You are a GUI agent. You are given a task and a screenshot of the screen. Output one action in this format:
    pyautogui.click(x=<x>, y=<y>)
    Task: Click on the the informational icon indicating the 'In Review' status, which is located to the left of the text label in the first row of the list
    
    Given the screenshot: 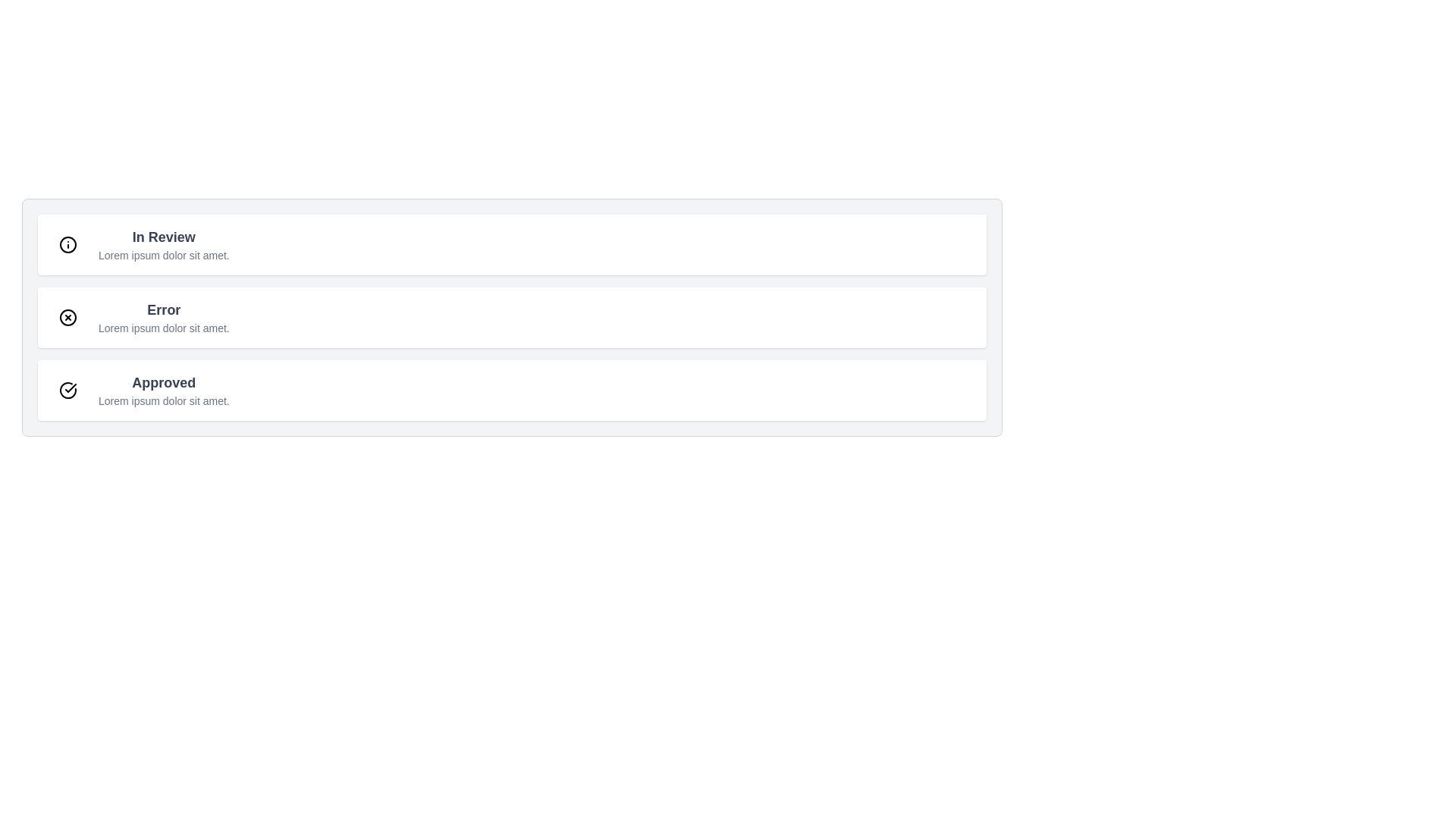 What is the action you would take?
    pyautogui.click(x=67, y=244)
    